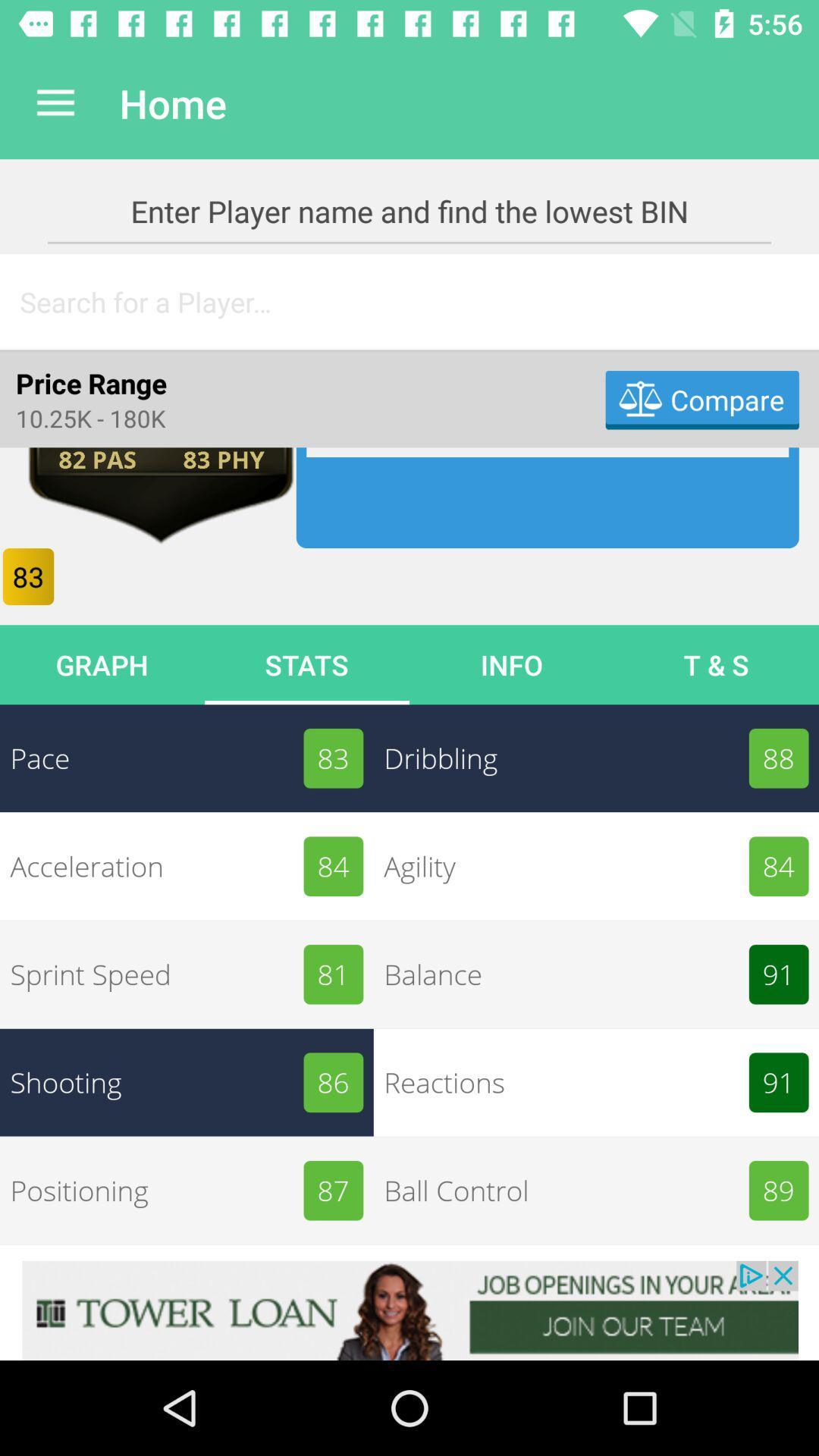 The image size is (819, 1456). I want to click on advertisements, so click(409, 1310).